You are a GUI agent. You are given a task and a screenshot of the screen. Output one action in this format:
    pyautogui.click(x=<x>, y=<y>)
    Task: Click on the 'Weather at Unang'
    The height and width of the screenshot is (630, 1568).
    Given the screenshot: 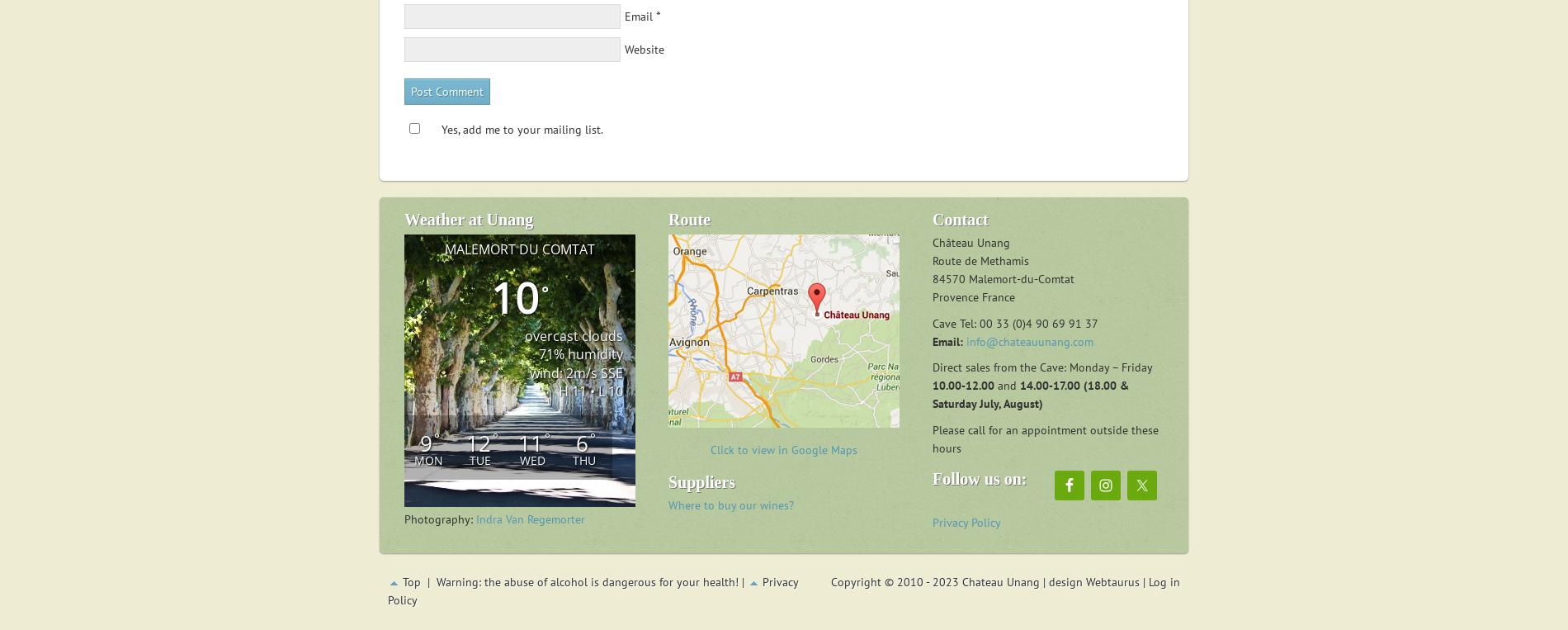 What is the action you would take?
    pyautogui.click(x=468, y=218)
    